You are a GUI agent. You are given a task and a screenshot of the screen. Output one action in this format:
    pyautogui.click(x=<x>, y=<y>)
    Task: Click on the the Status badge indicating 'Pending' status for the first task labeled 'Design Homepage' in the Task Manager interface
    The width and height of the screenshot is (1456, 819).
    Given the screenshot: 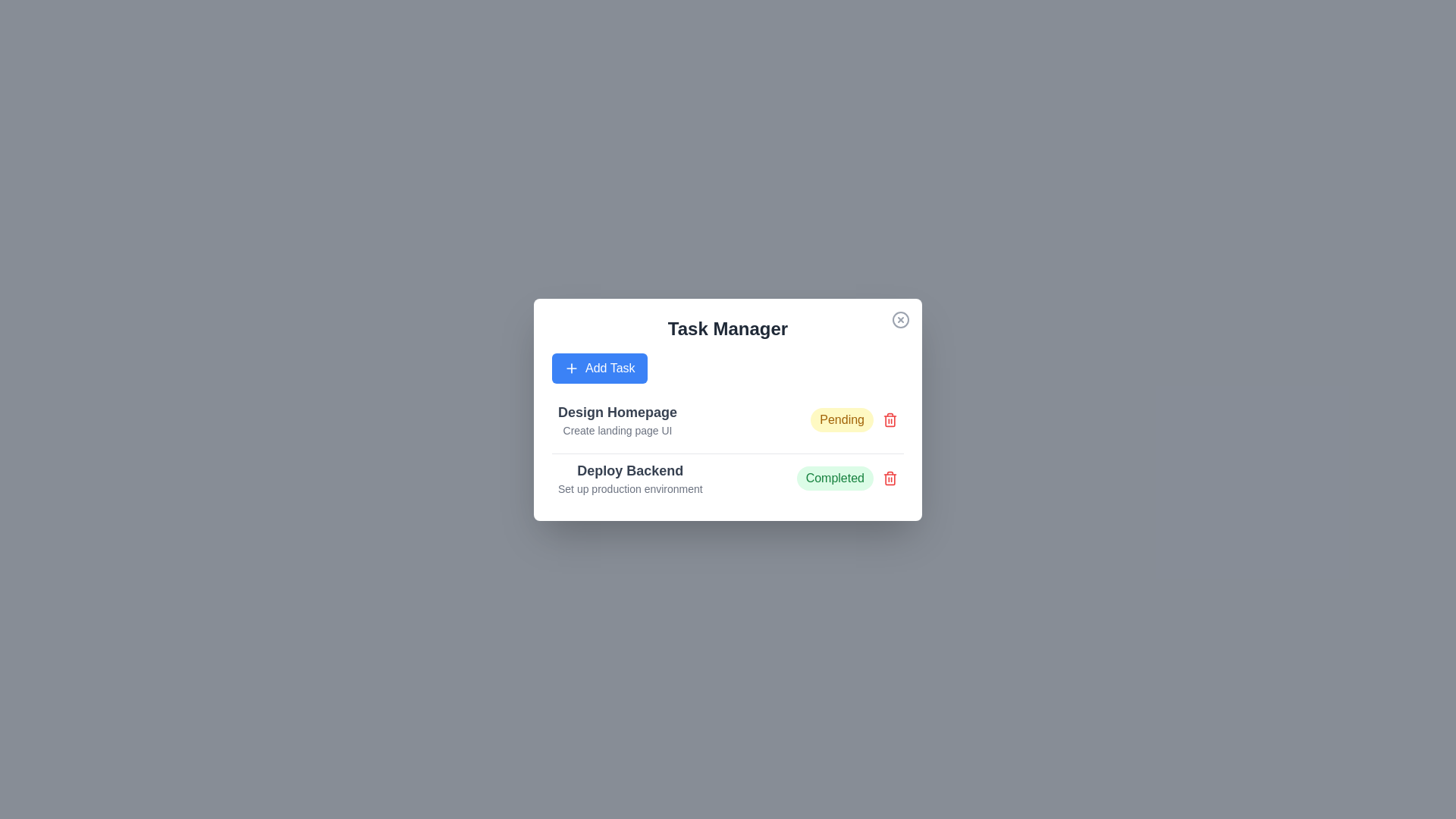 What is the action you would take?
    pyautogui.click(x=854, y=419)
    